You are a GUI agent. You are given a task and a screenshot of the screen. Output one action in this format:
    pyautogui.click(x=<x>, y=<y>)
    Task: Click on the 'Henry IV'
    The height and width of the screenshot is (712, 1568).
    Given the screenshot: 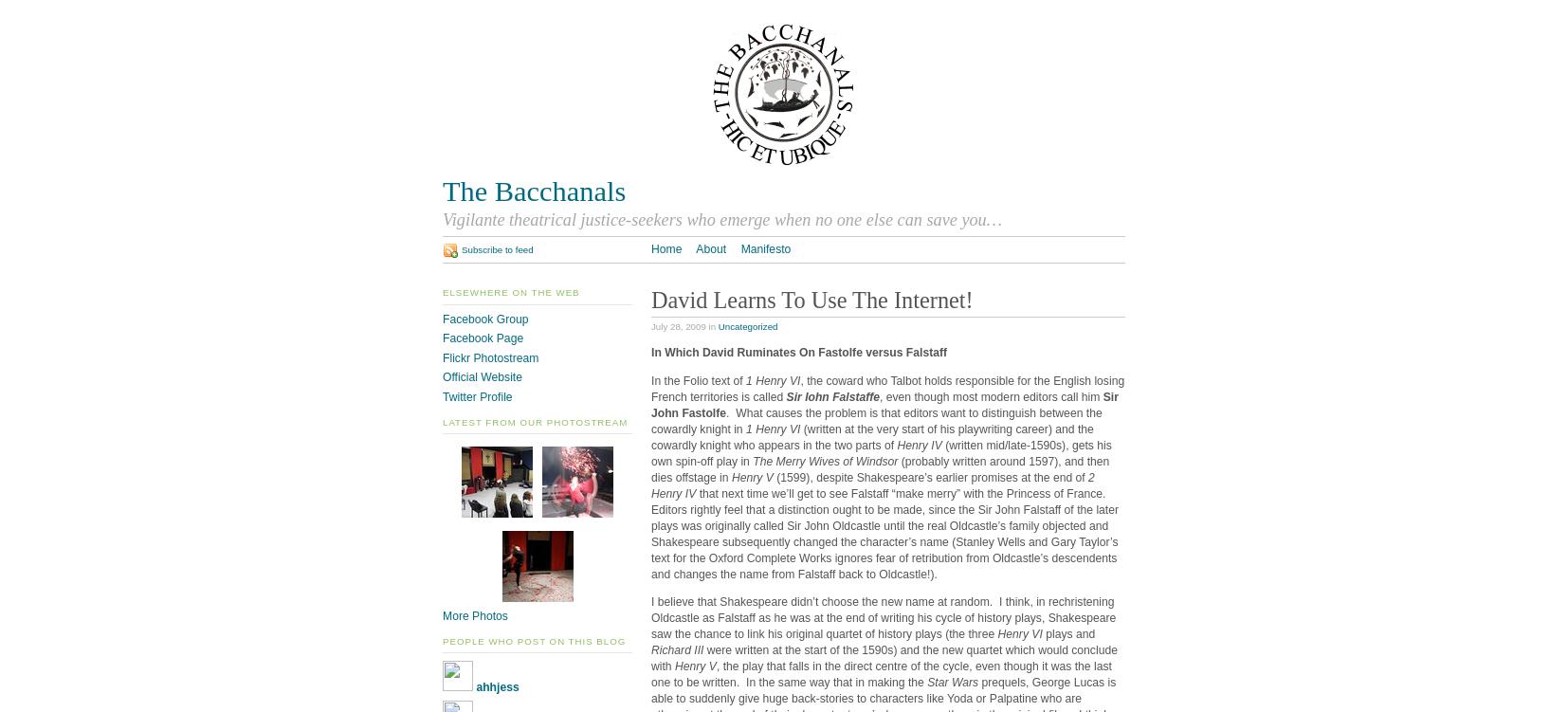 What is the action you would take?
    pyautogui.click(x=920, y=444)
    